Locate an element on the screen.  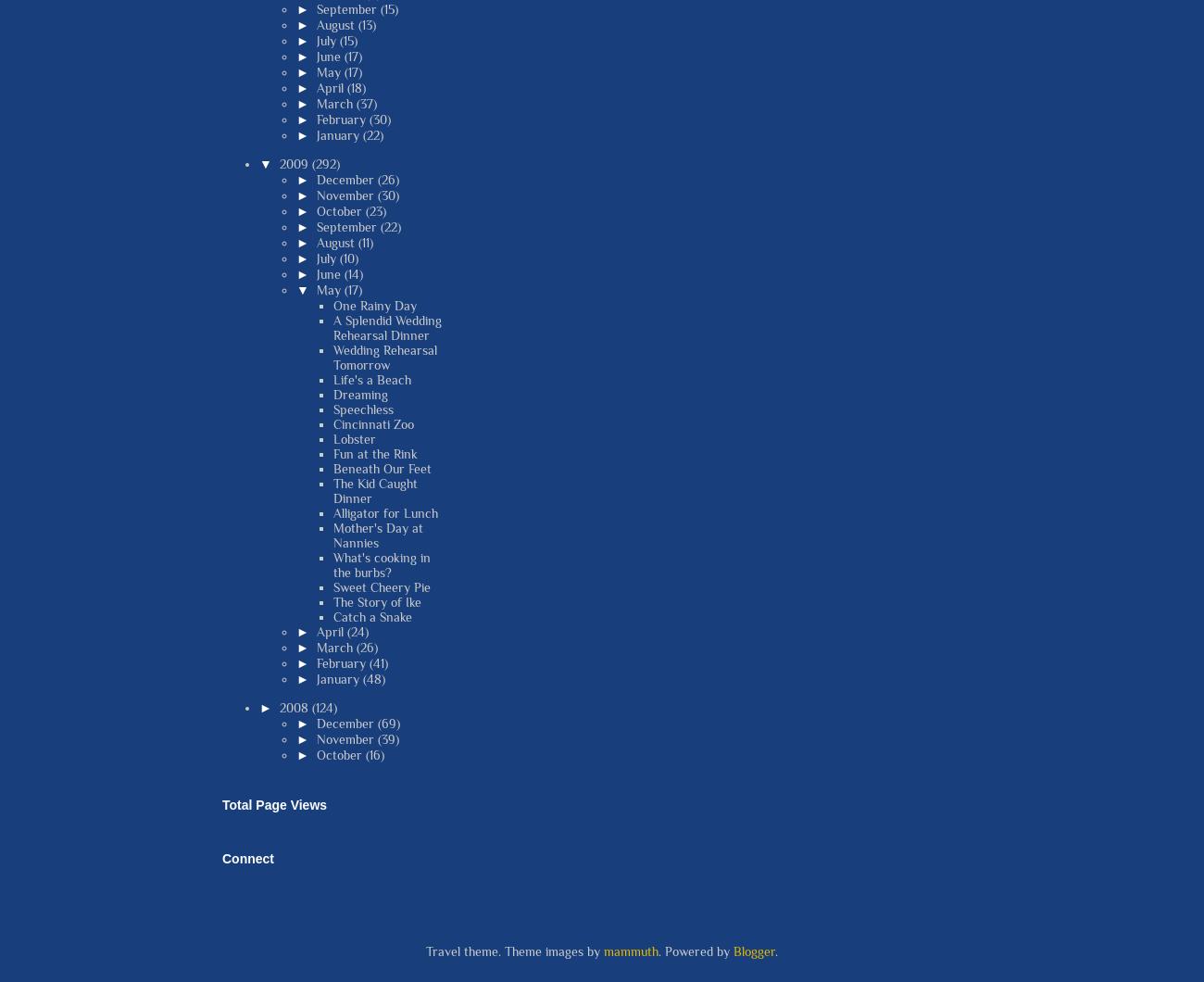
'Fun at the Rink' is located at coordinates (375, 451).